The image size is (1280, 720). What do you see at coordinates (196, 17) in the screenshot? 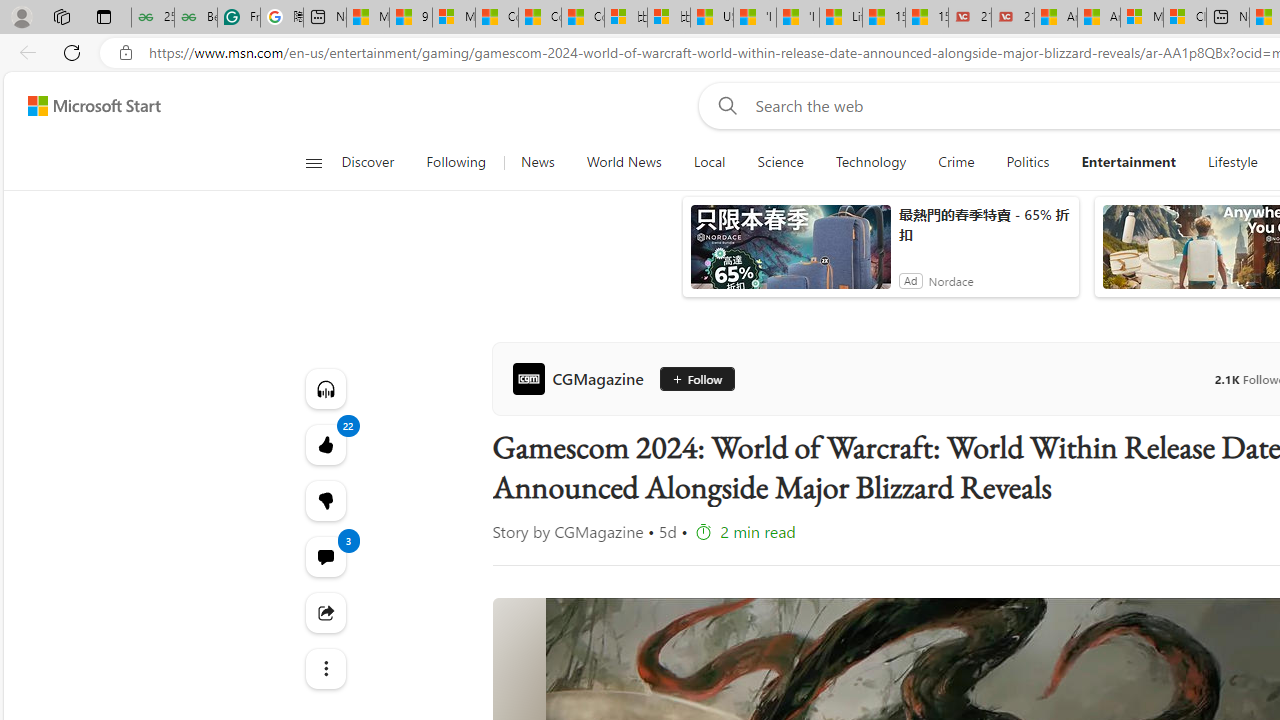
I see `'Best SSL Certificates Provider in India - GeeksforGeeks'` at bounding box center [196, 17].